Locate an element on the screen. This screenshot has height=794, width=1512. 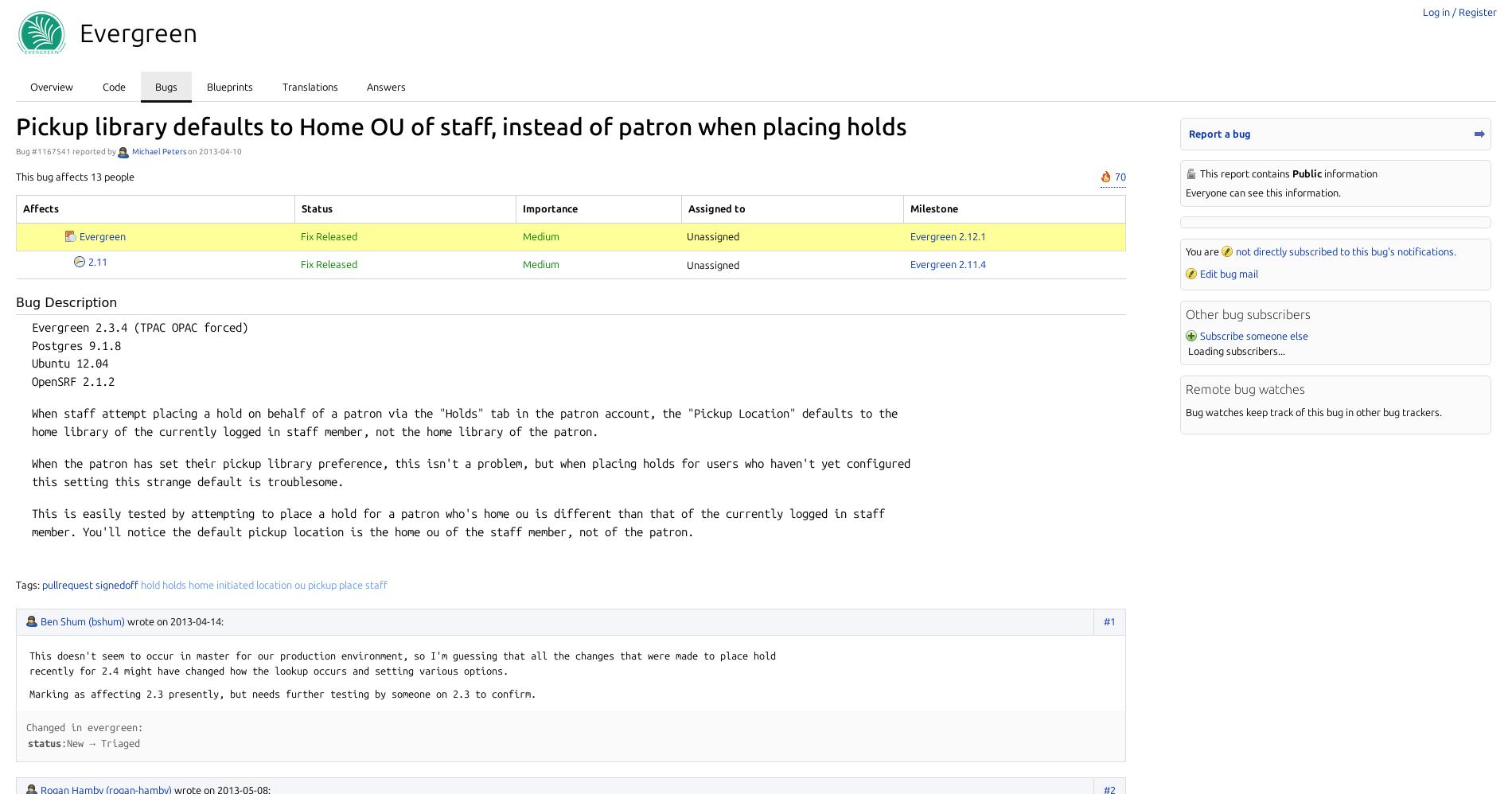
'2.11' is located at coordinates (88, 261).